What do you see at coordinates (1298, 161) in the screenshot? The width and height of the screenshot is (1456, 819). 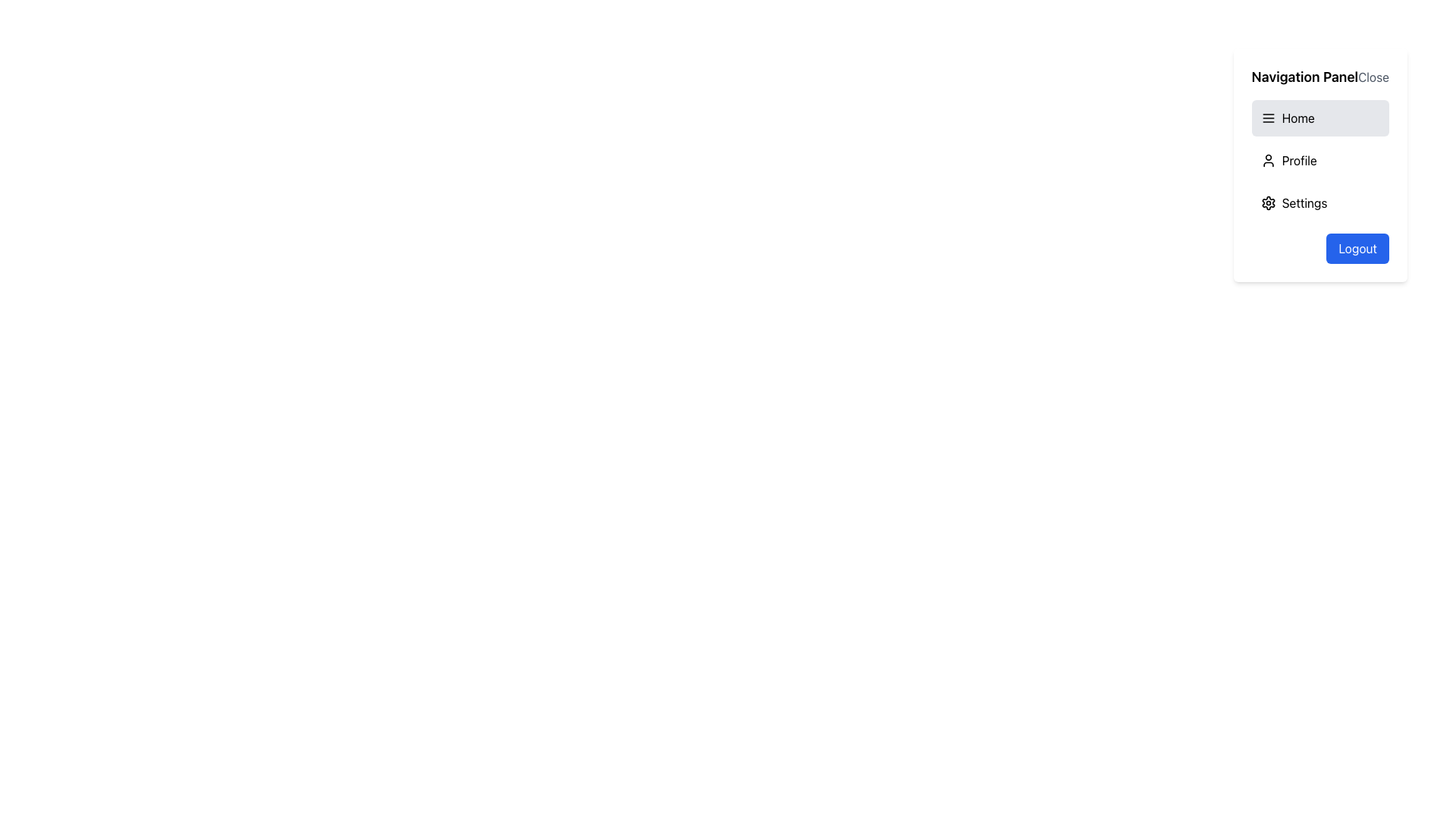 I see `the static text label displaying 'Profile' in black font located in the navigation panel near the upper right quadrant of the interface` at bounding box center [1298, 161].